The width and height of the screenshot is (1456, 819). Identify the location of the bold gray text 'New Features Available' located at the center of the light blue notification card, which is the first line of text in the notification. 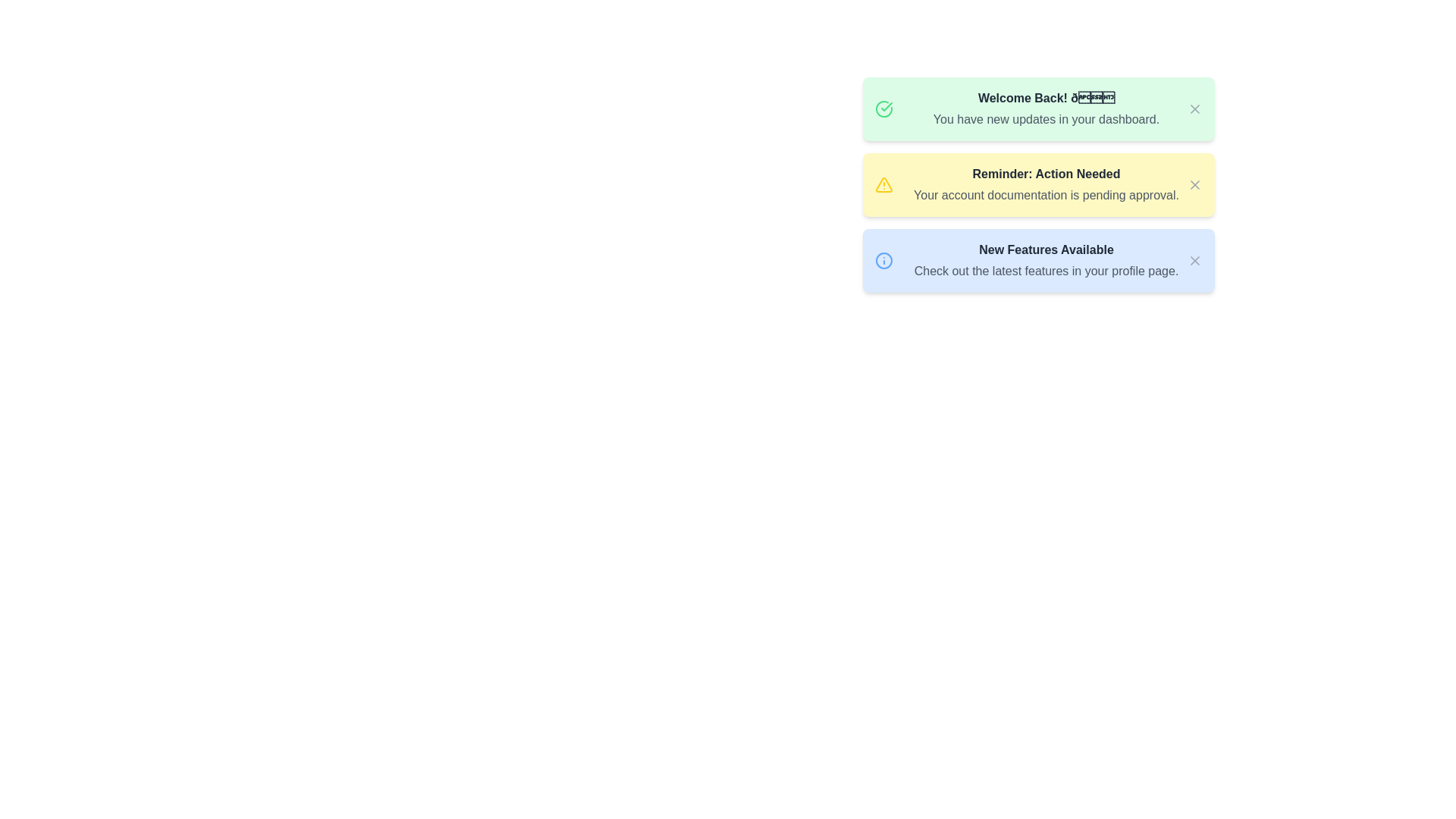
(1046, 249).